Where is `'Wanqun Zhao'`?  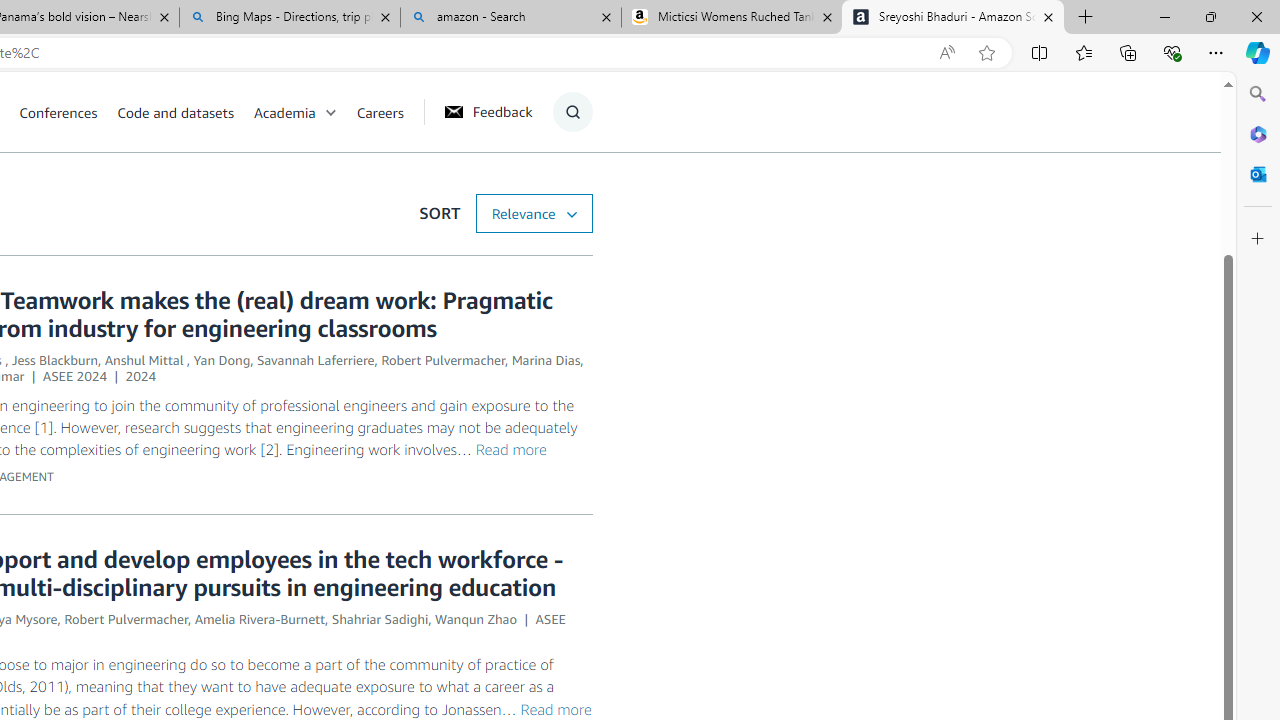 'Wanqun Zhao' is located at coordinates (474, 618).